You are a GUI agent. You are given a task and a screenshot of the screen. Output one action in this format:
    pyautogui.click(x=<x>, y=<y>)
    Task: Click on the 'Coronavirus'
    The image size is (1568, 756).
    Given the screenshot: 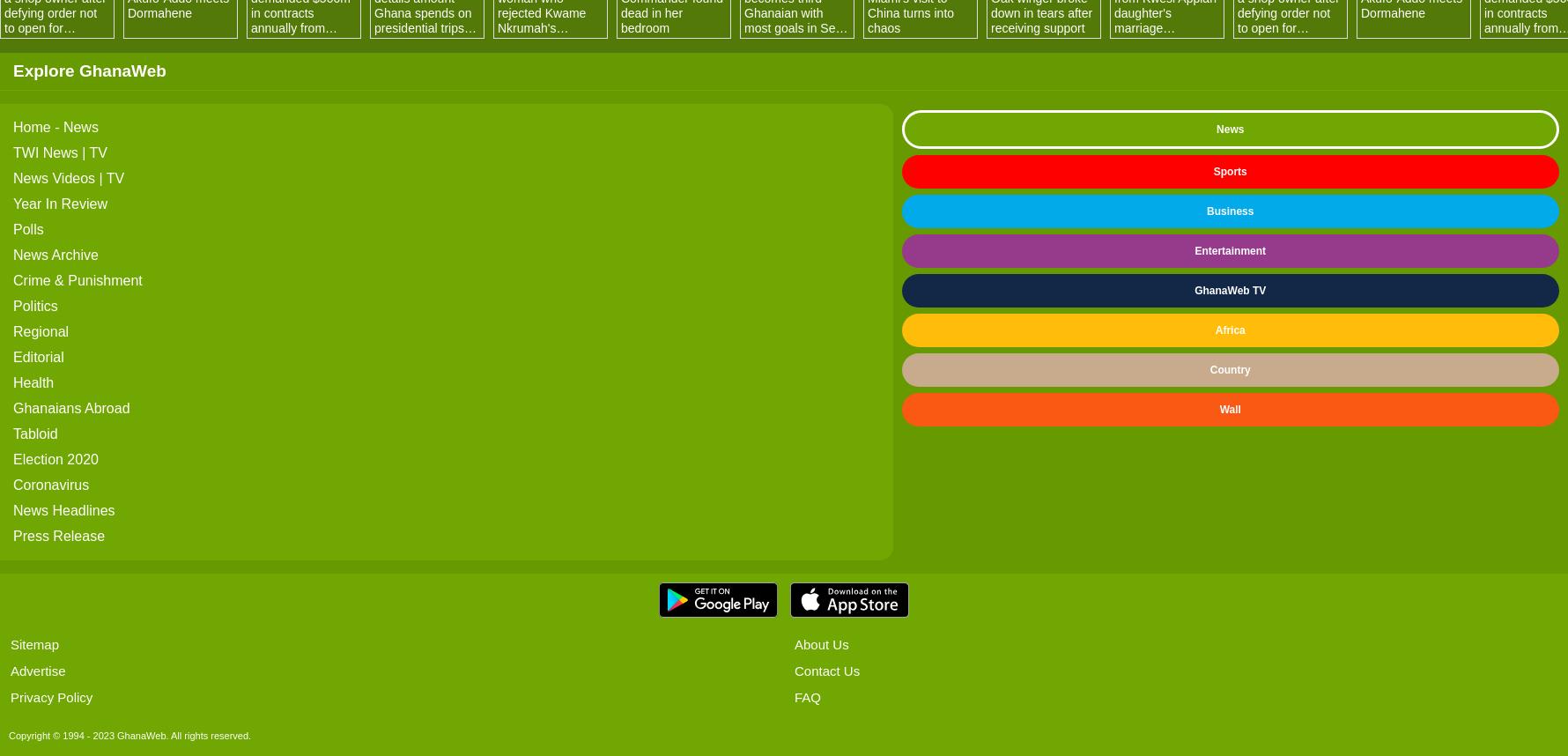 What is the action you would take?
    pyautogui.click(x=51, y=484)
    